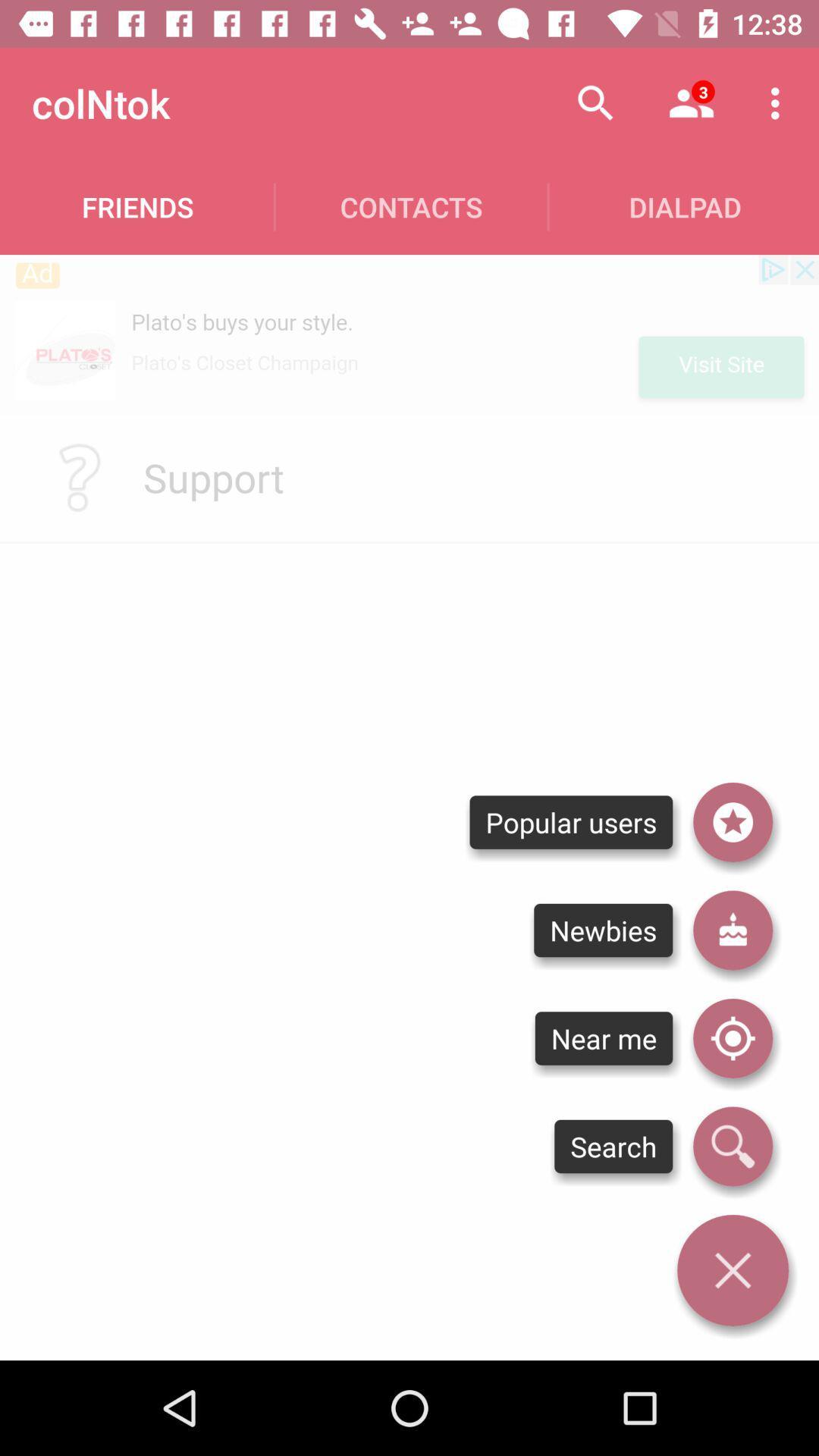 The width and height of the screenshot is (819, 1456). Describe the element at coordinates (732, 930) in the screenshot. I see `newbie icon` at that location.